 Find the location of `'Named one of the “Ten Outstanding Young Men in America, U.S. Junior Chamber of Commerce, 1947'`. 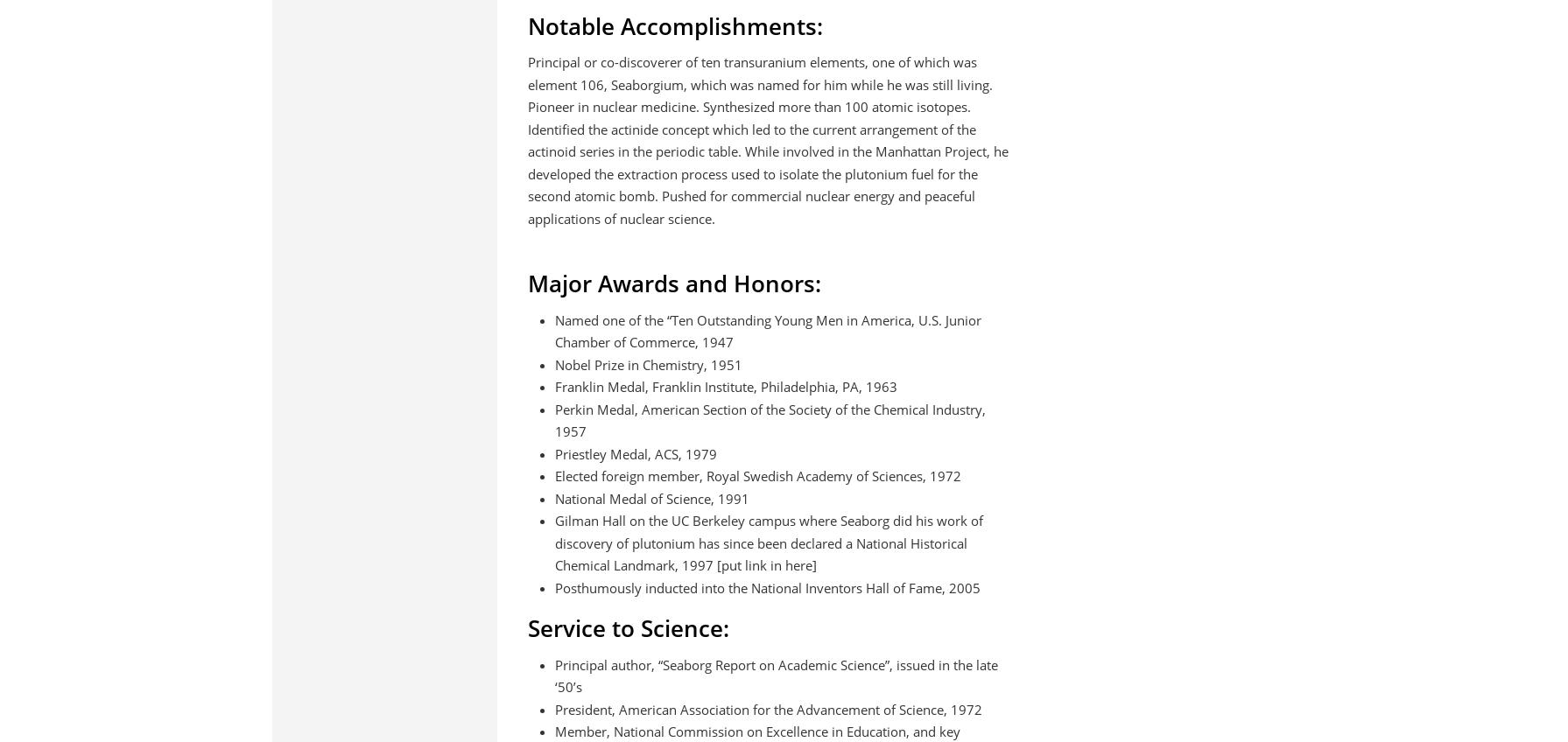

'Named one of the “Ten Outstanding Young Men in America, U.S. Junior Chamber of Commerce, 1947' is located at coordinates (767, 331).